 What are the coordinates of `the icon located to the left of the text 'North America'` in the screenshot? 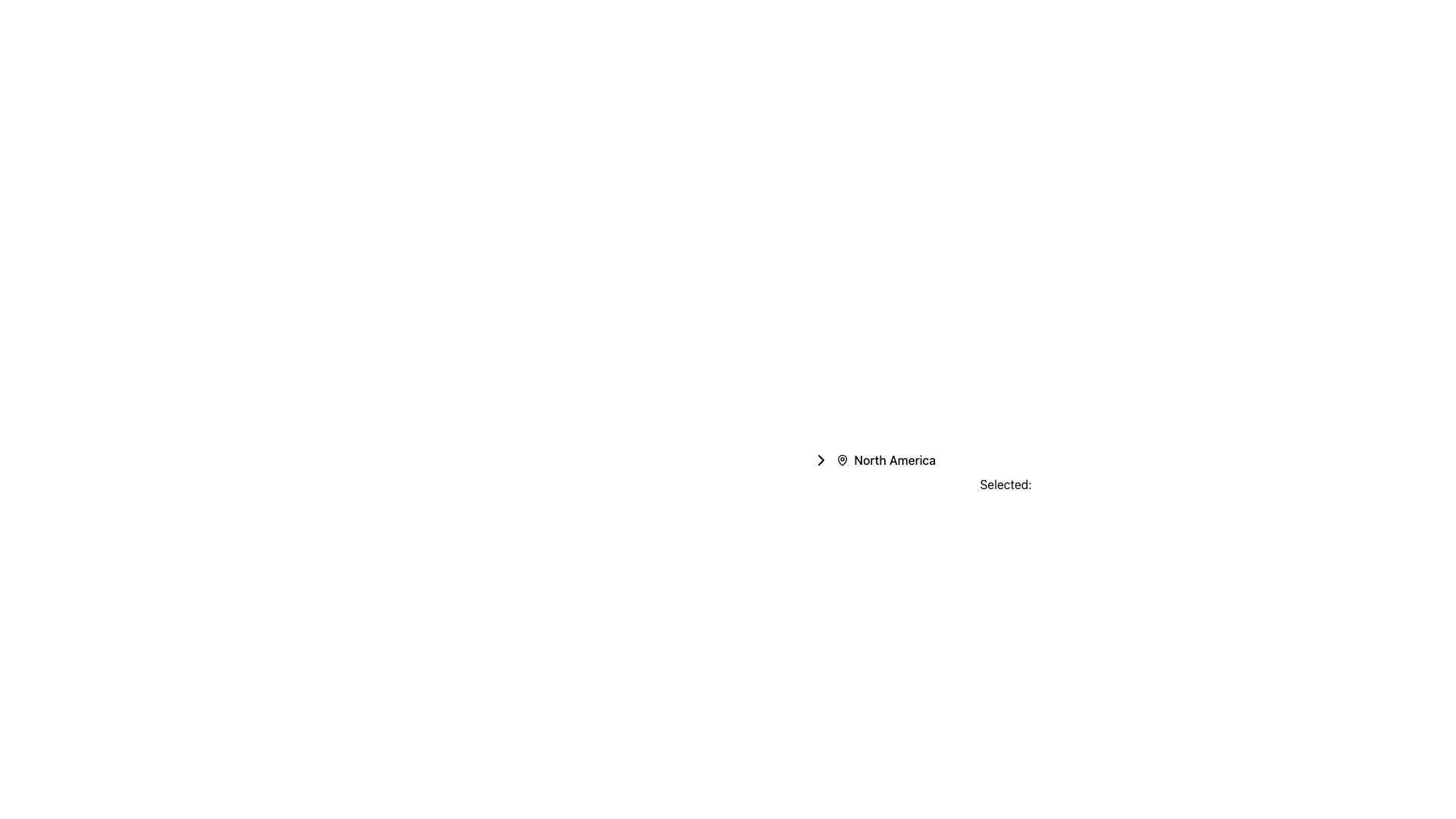 It's located at (841, 459).